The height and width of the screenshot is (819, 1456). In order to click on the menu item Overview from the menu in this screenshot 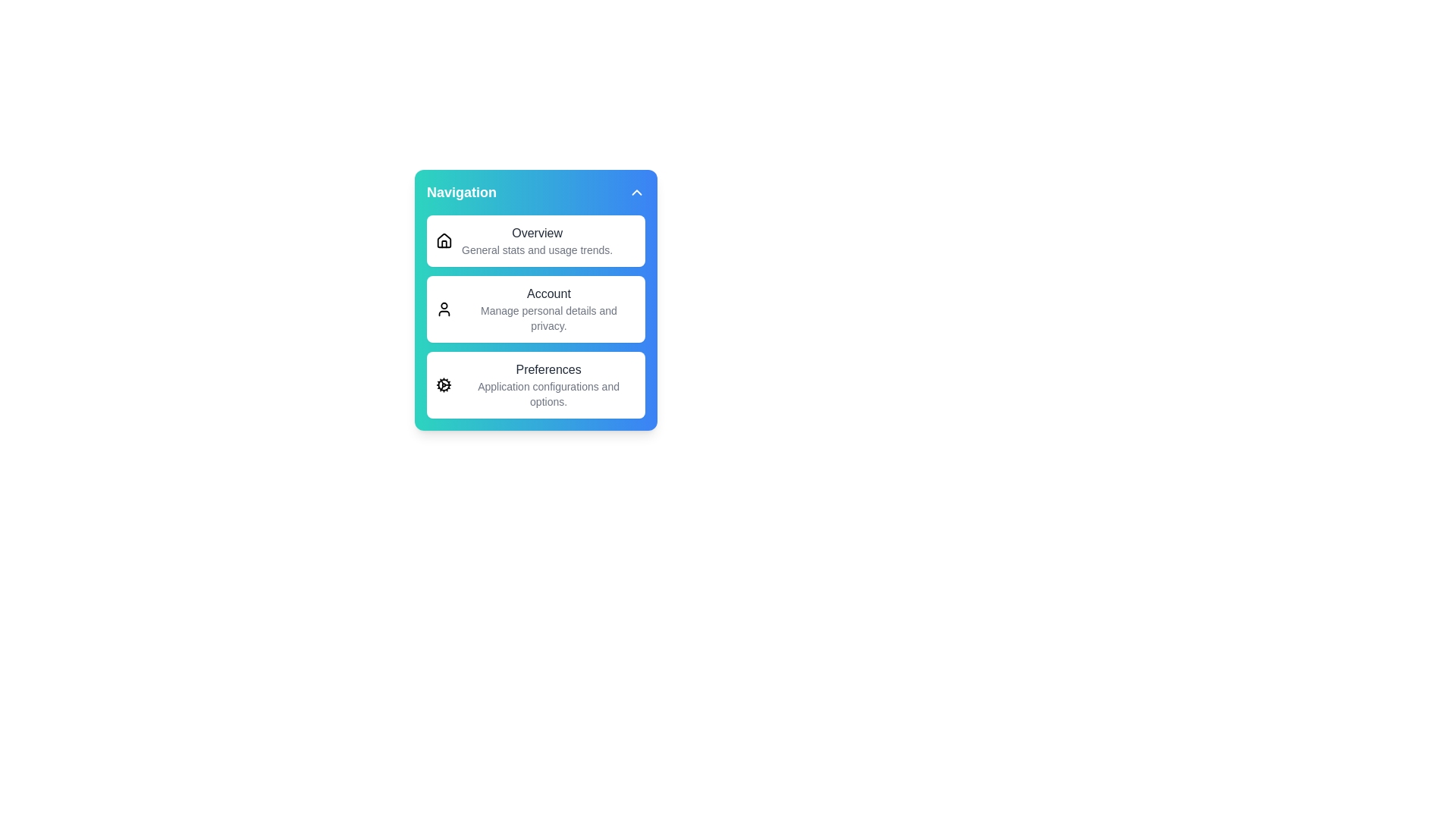, I will do `click(535, 240)`.